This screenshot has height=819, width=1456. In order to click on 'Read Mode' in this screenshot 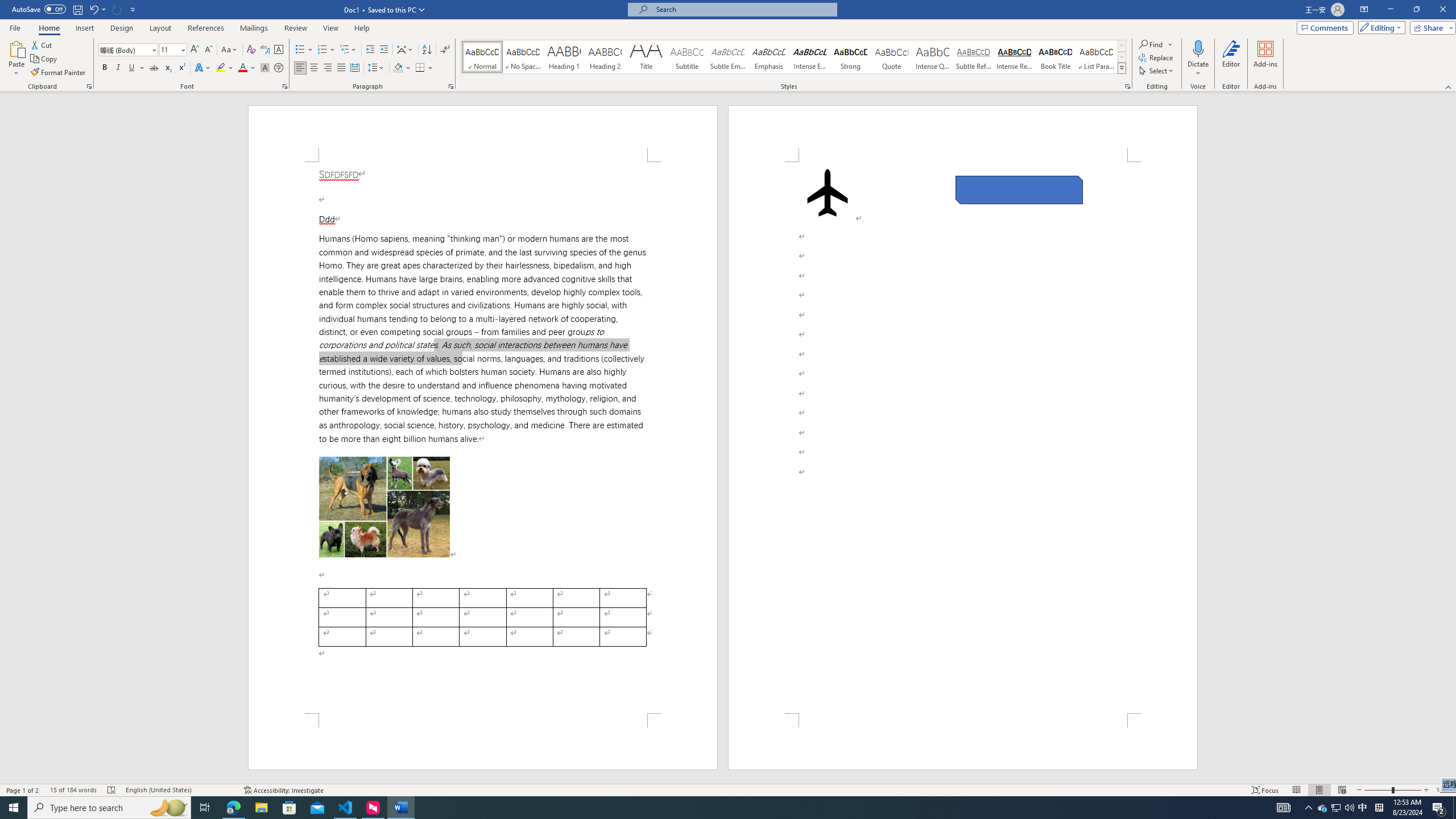, I will do `click(1296, 790)`.